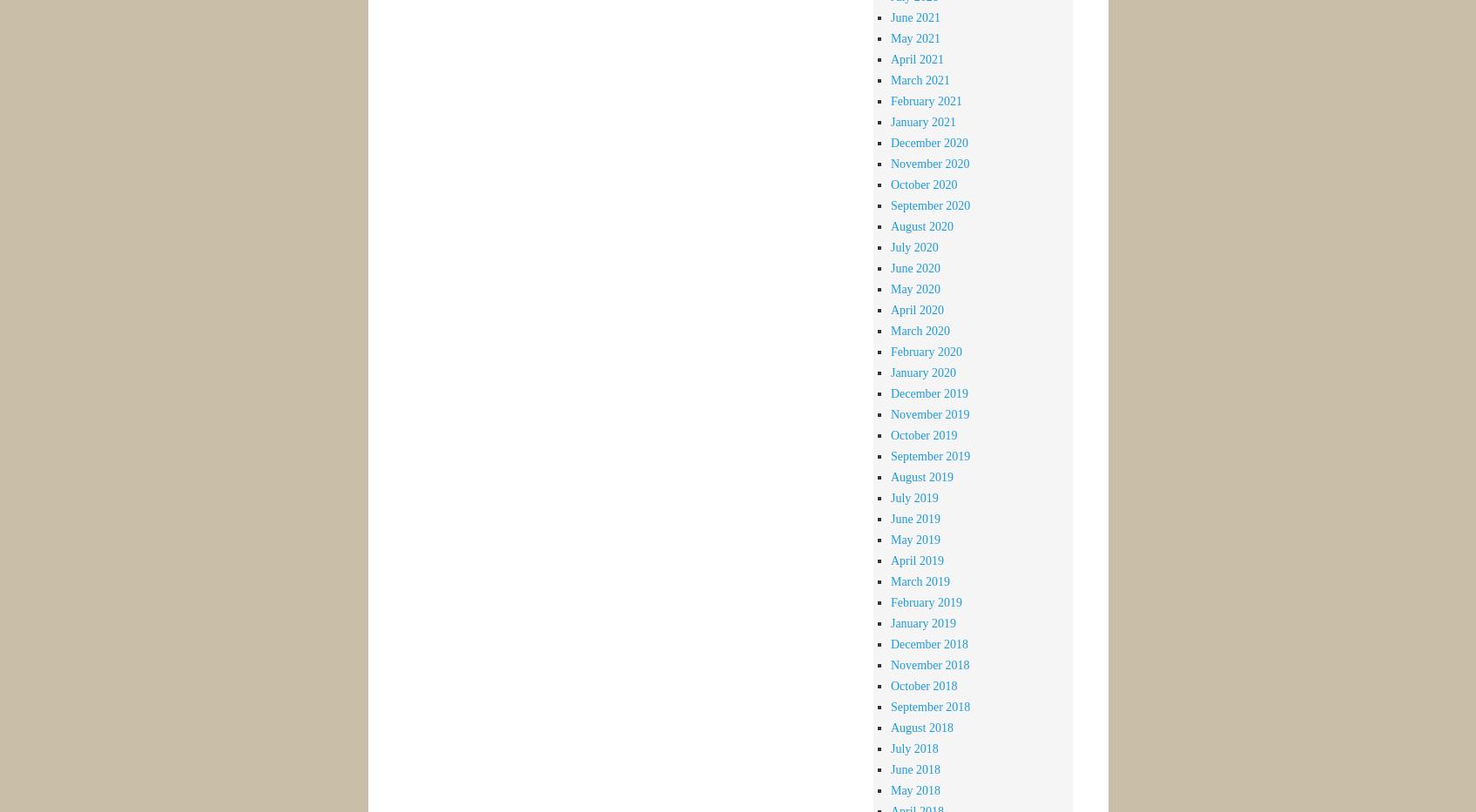 The image size is (1476, 812). Describe the element at coordinates (915, 768) in the screenshot. I see `'June 2018'` at that location.